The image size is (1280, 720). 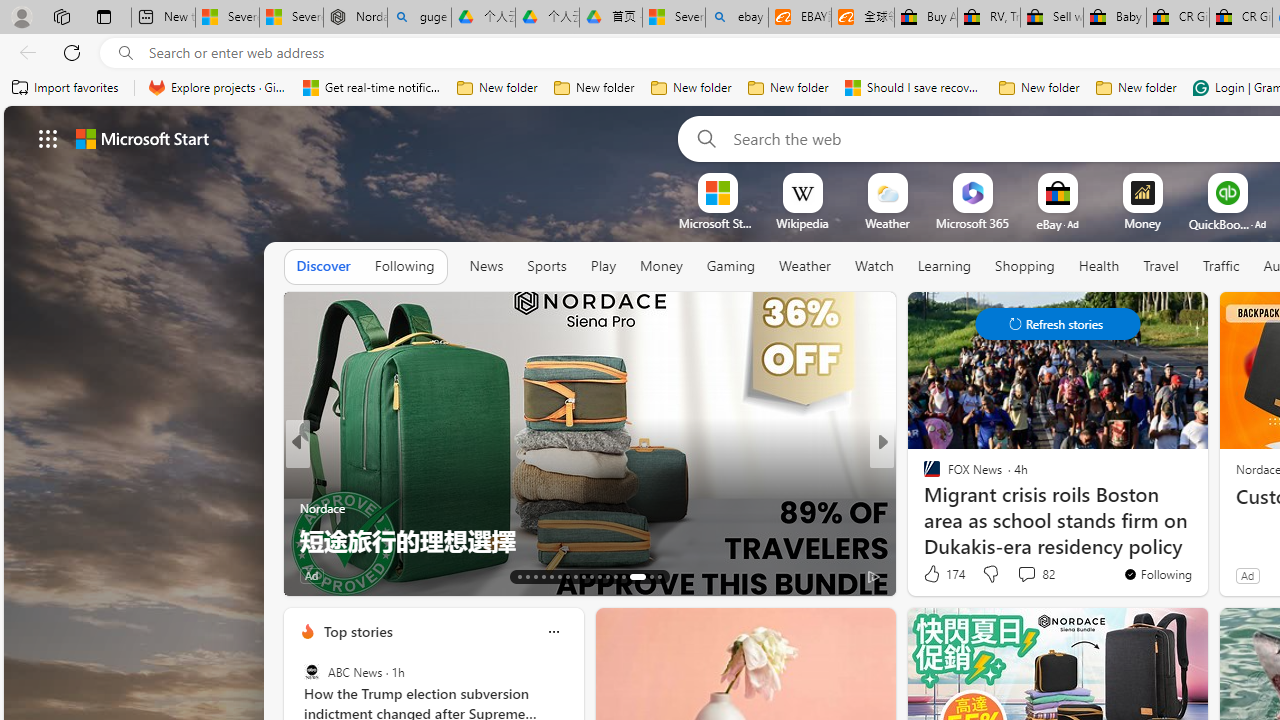 I want to click on 'AutomationID: tab-15', so click(x=535, y=577).